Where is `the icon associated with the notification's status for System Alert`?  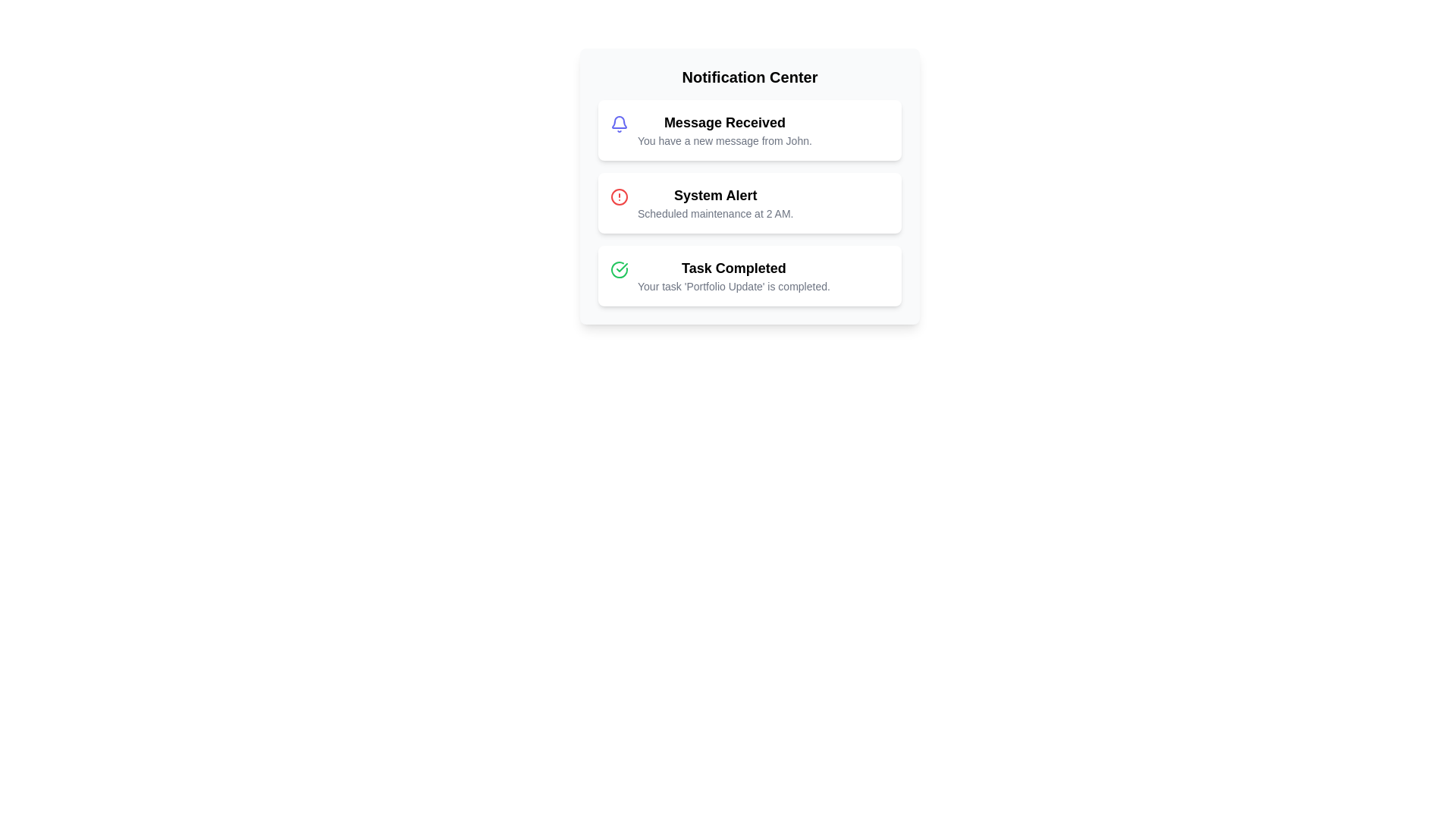 the icon associated with the notification's status for System Alert is located at coordinates (619, 196).